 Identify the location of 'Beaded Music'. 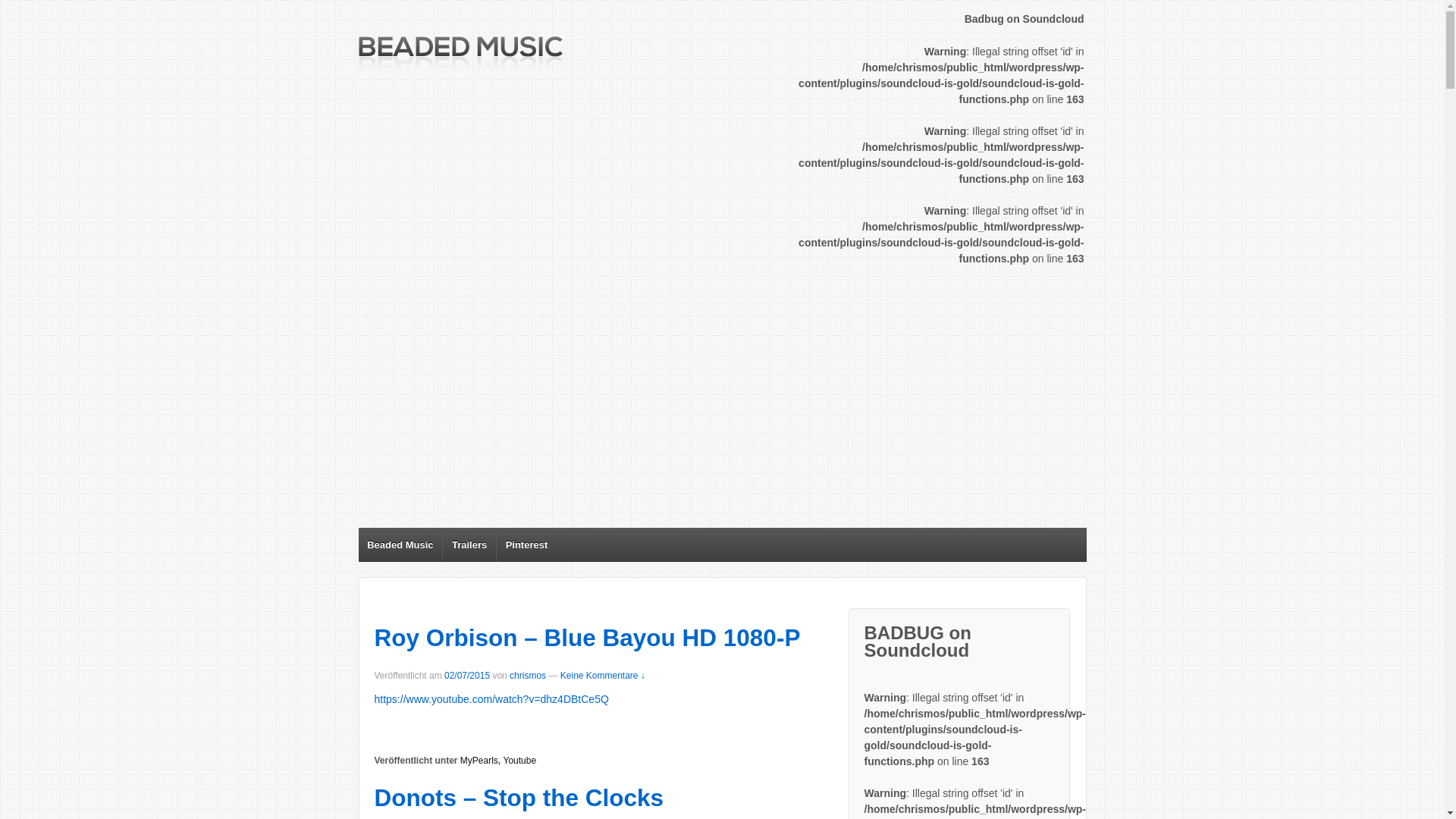
(400, 544).